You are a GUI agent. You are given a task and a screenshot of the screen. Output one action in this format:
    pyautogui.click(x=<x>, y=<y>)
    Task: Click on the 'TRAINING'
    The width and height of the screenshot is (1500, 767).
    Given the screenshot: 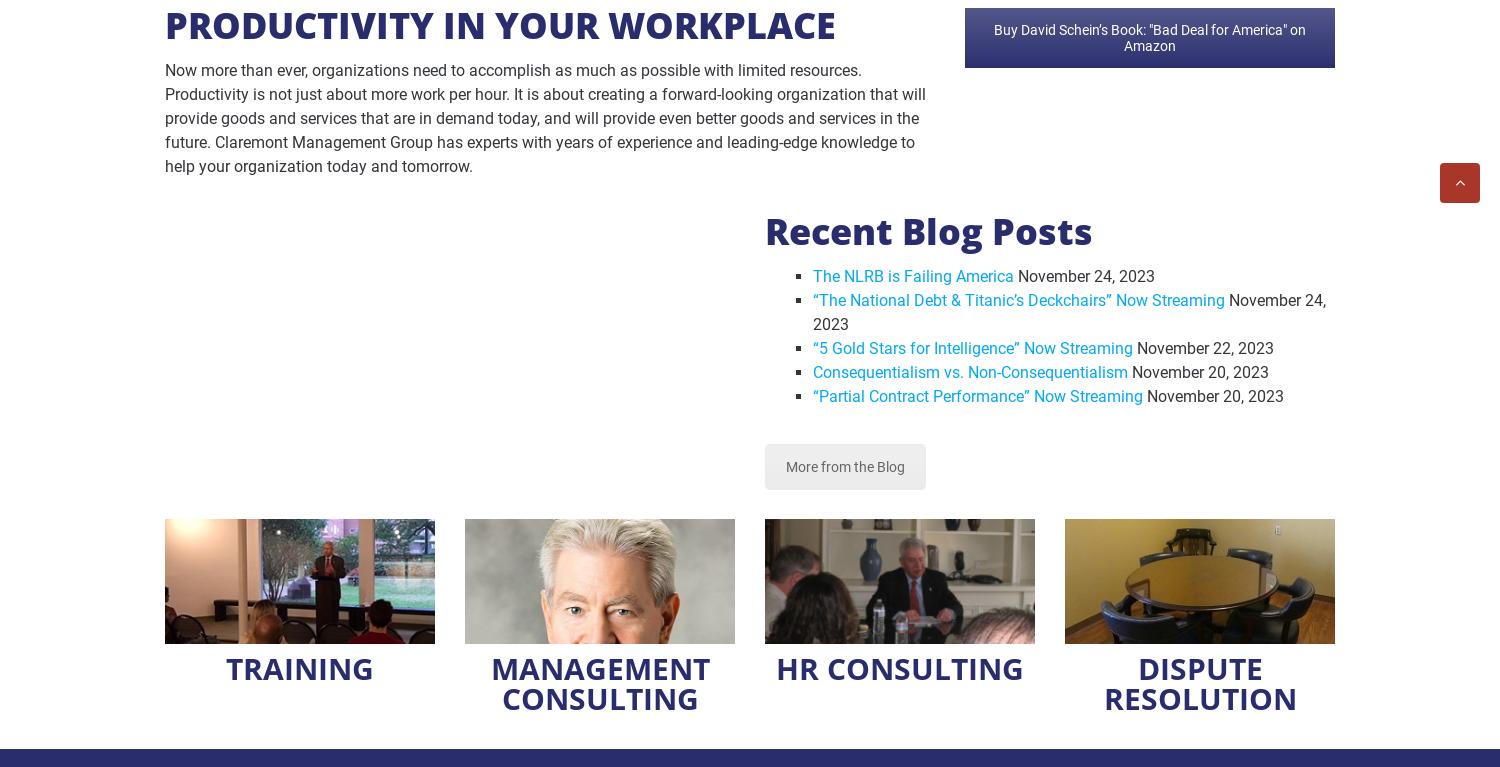 What is the action you would take?
    pyautogui.click(x=300, y=667)
    